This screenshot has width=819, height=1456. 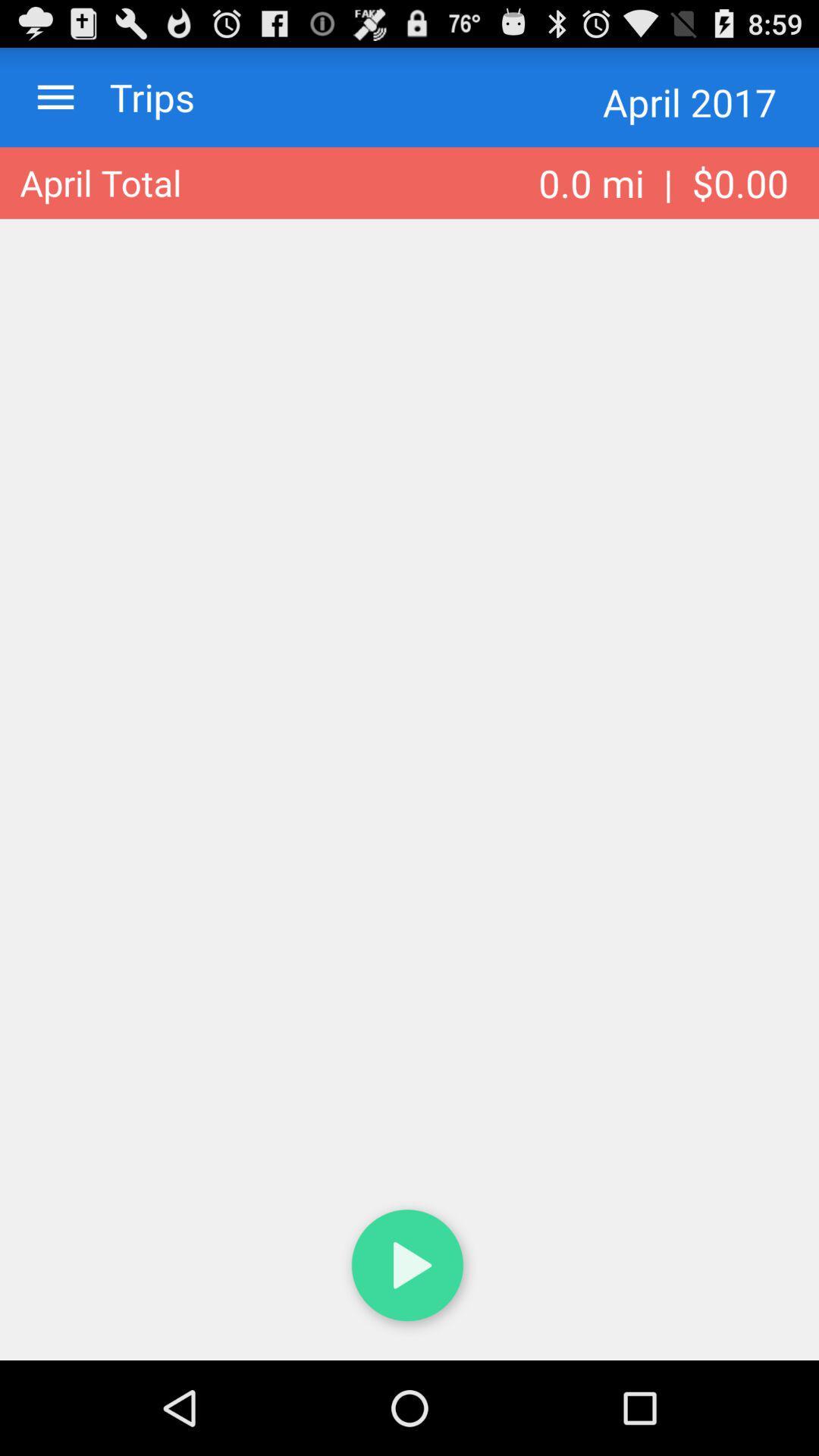 I want to click on trips item, so click(x=137, y=96).